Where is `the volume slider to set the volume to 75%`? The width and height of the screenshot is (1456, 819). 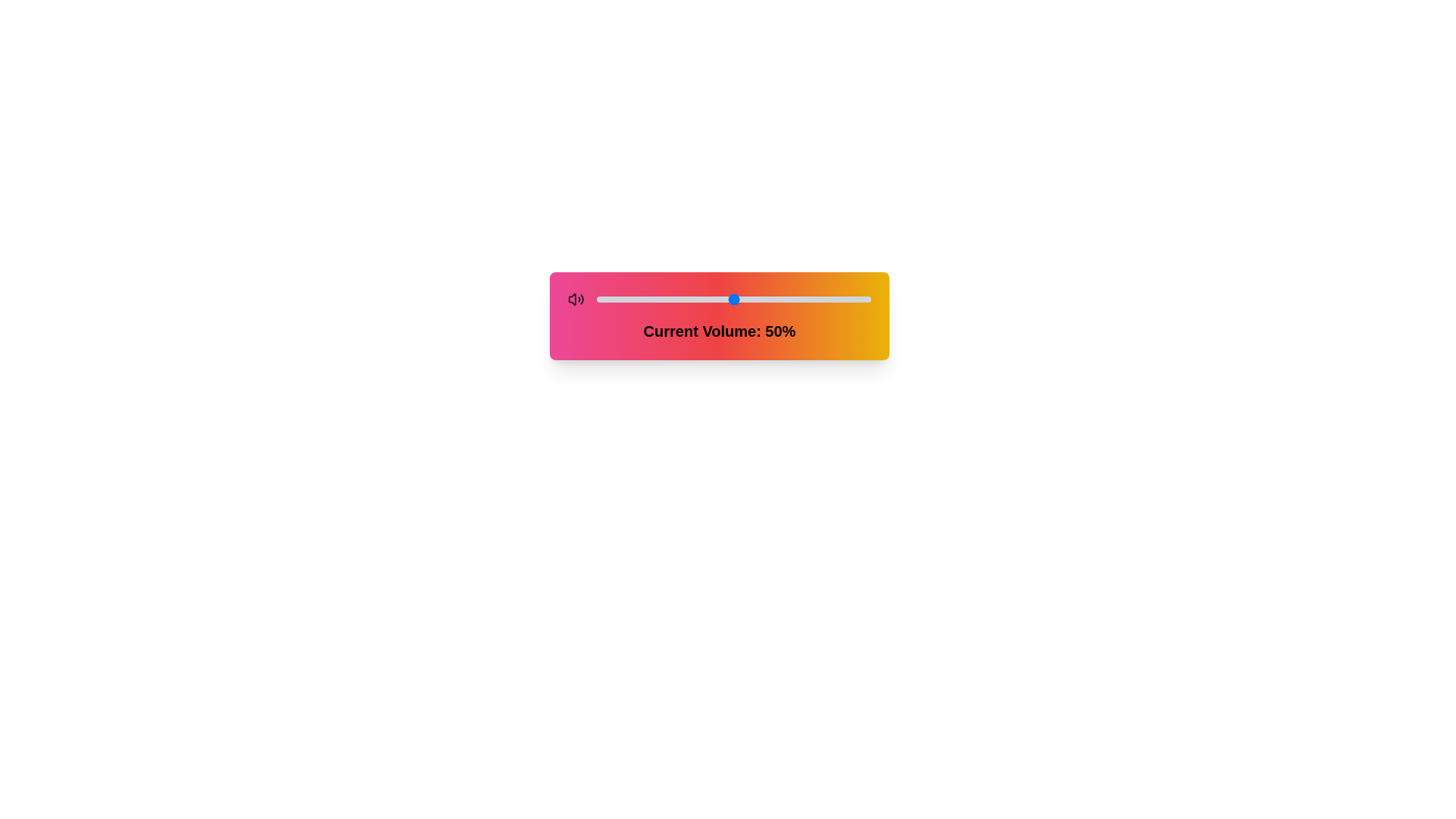
the volume slider to set the volume to 75% is located at coordinates (802, 299).